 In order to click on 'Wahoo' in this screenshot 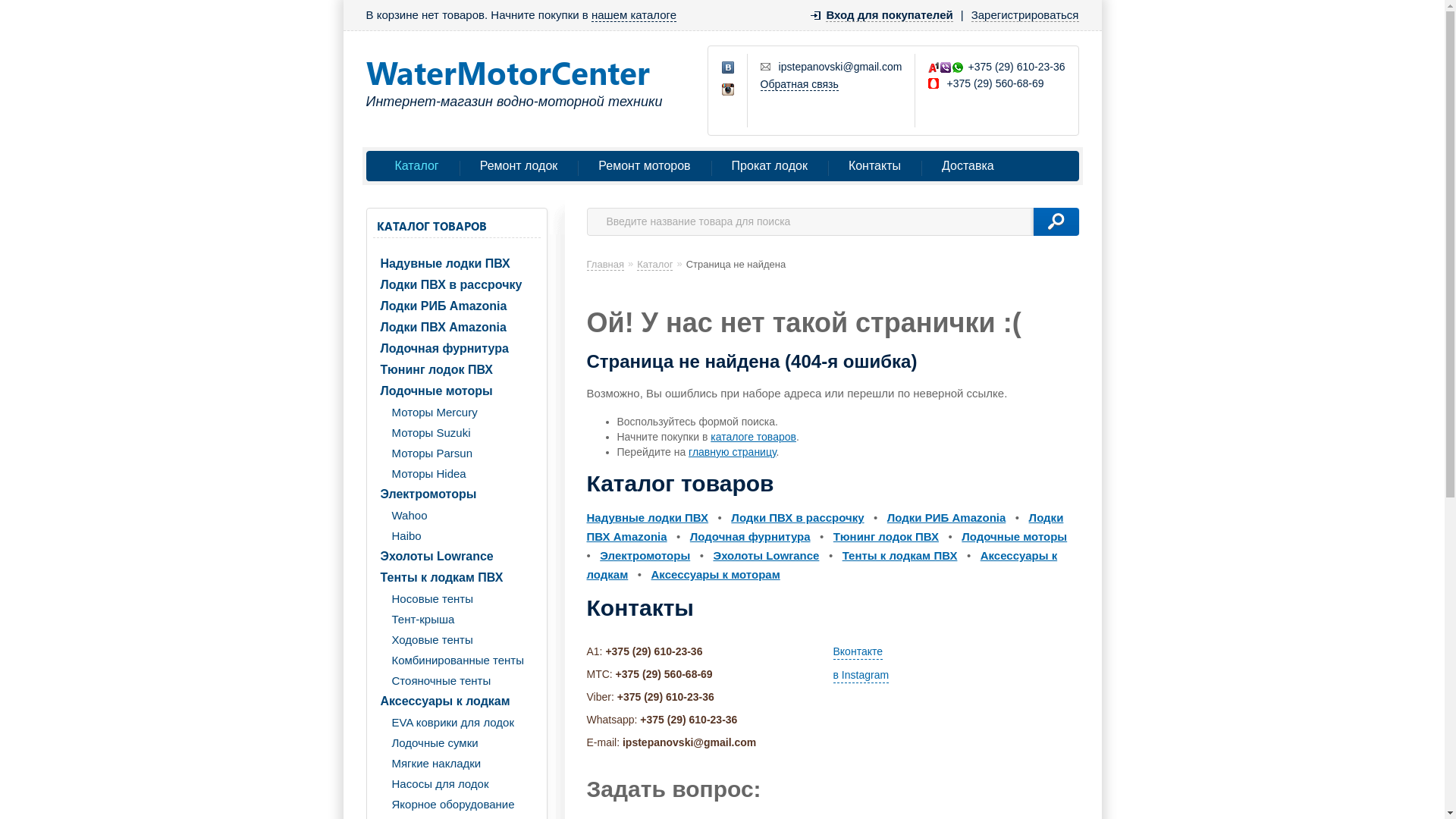, I will do `click(456, 514)`.